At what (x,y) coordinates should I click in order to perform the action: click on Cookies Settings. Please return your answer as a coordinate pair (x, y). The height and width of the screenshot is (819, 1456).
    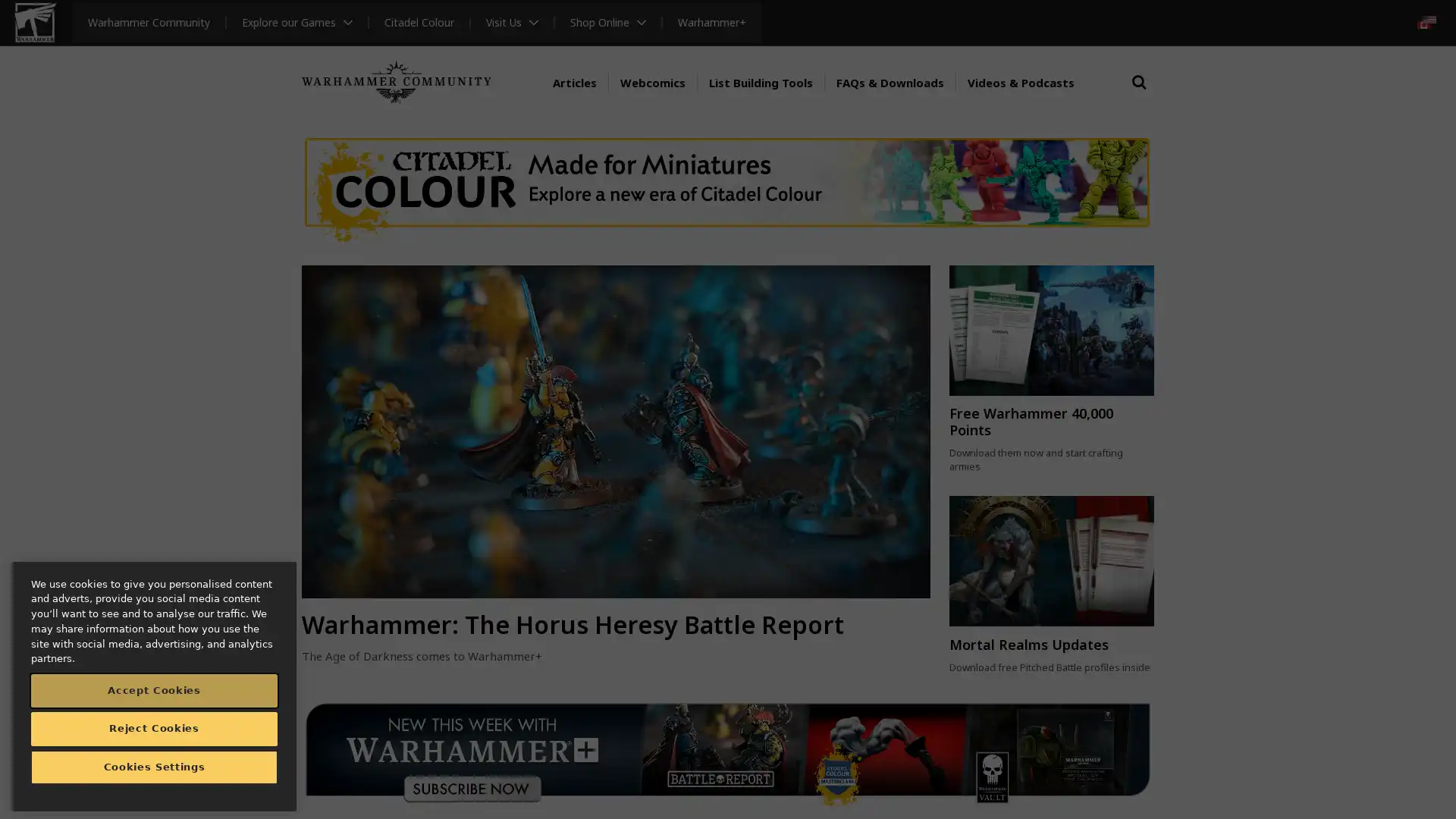
    Looking at the image, I should click on (154, 767).